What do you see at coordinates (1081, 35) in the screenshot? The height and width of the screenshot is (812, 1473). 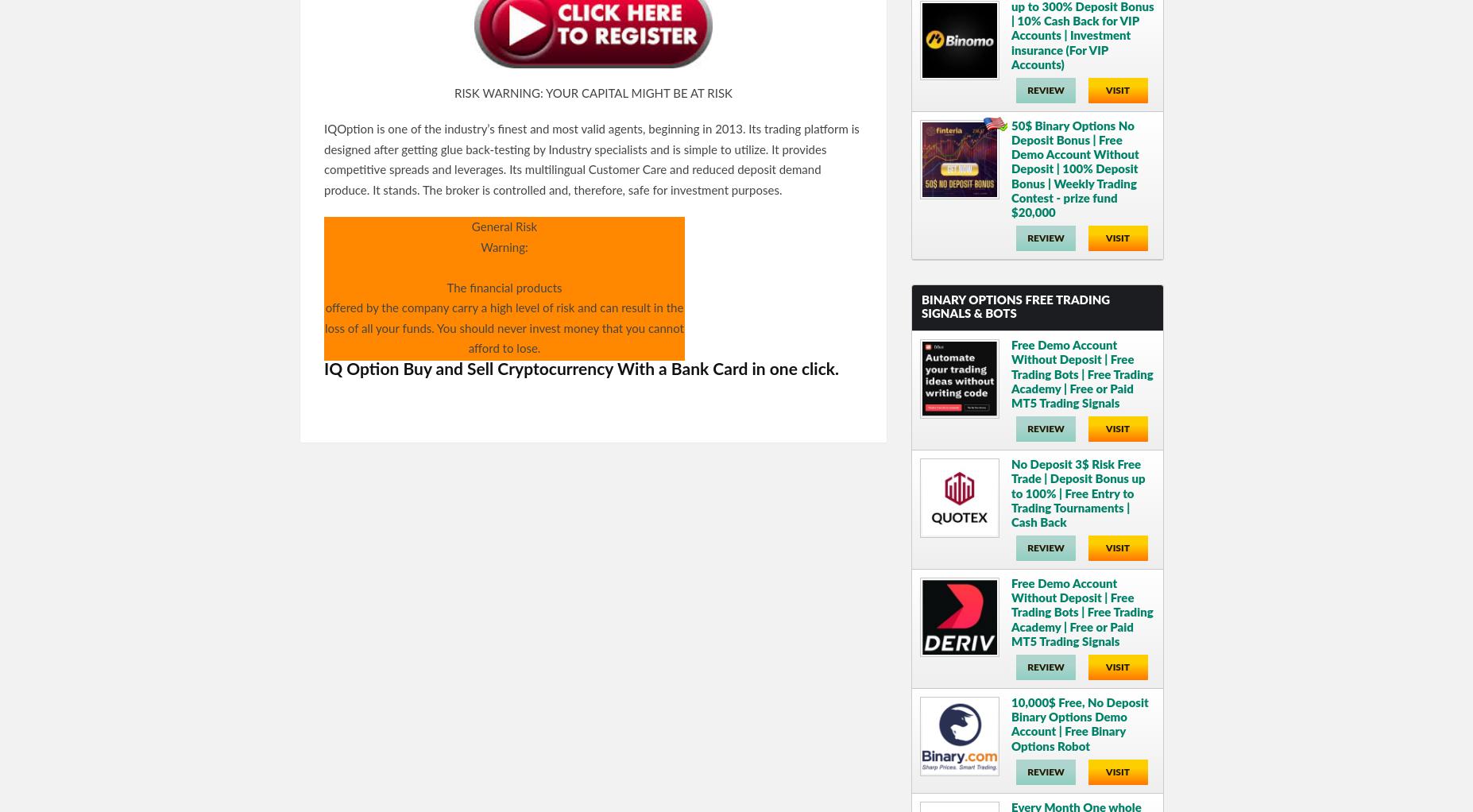 I see `'up to 300% Deposit Bonus | 10% Cash Back for VIP Accounts | Investment insurance (For VIP Accounts)'` at bounding box center [1081, 35].